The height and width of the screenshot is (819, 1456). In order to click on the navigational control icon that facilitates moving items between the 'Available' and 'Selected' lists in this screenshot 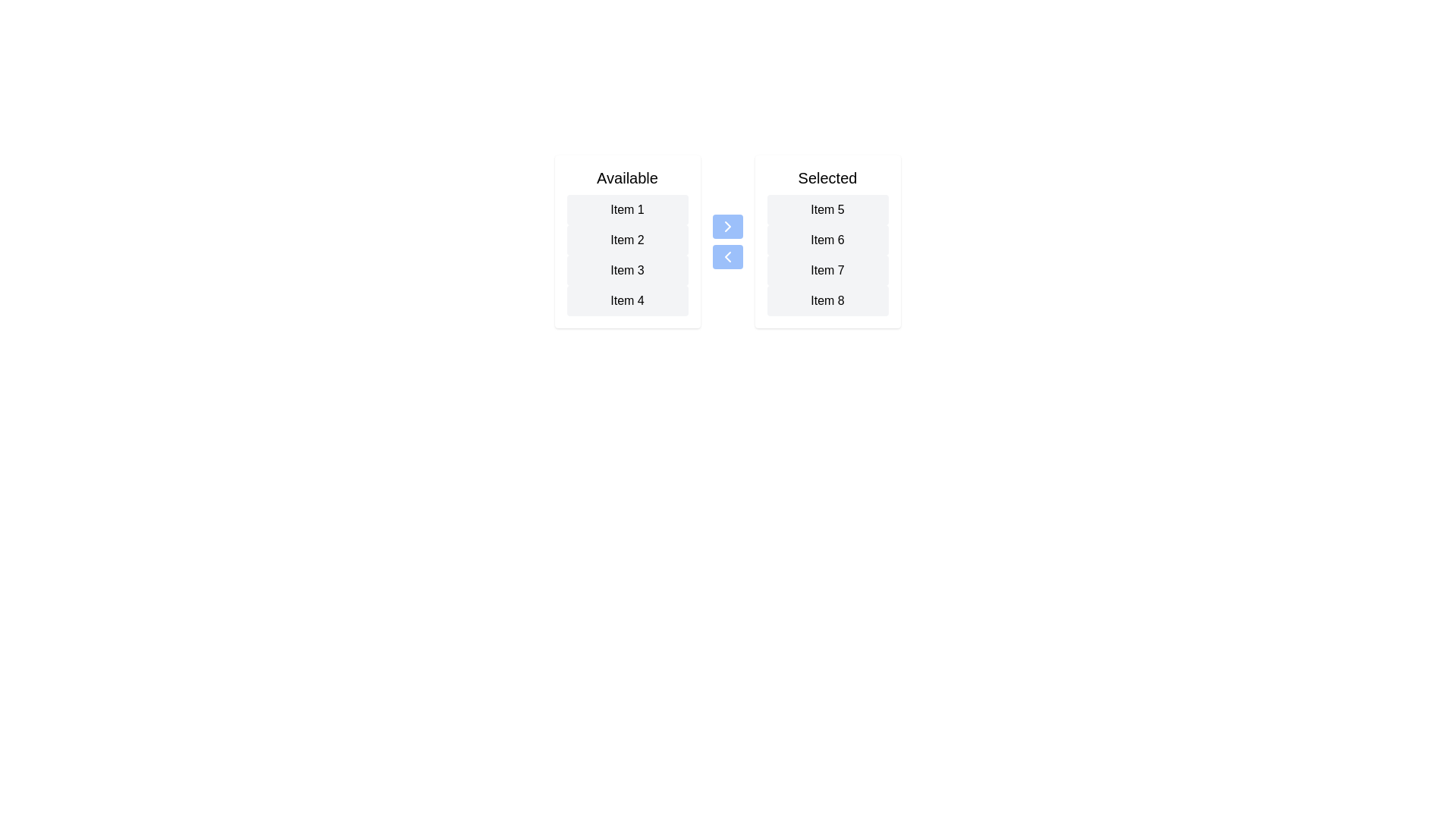, I will do `click(726, 256)`.